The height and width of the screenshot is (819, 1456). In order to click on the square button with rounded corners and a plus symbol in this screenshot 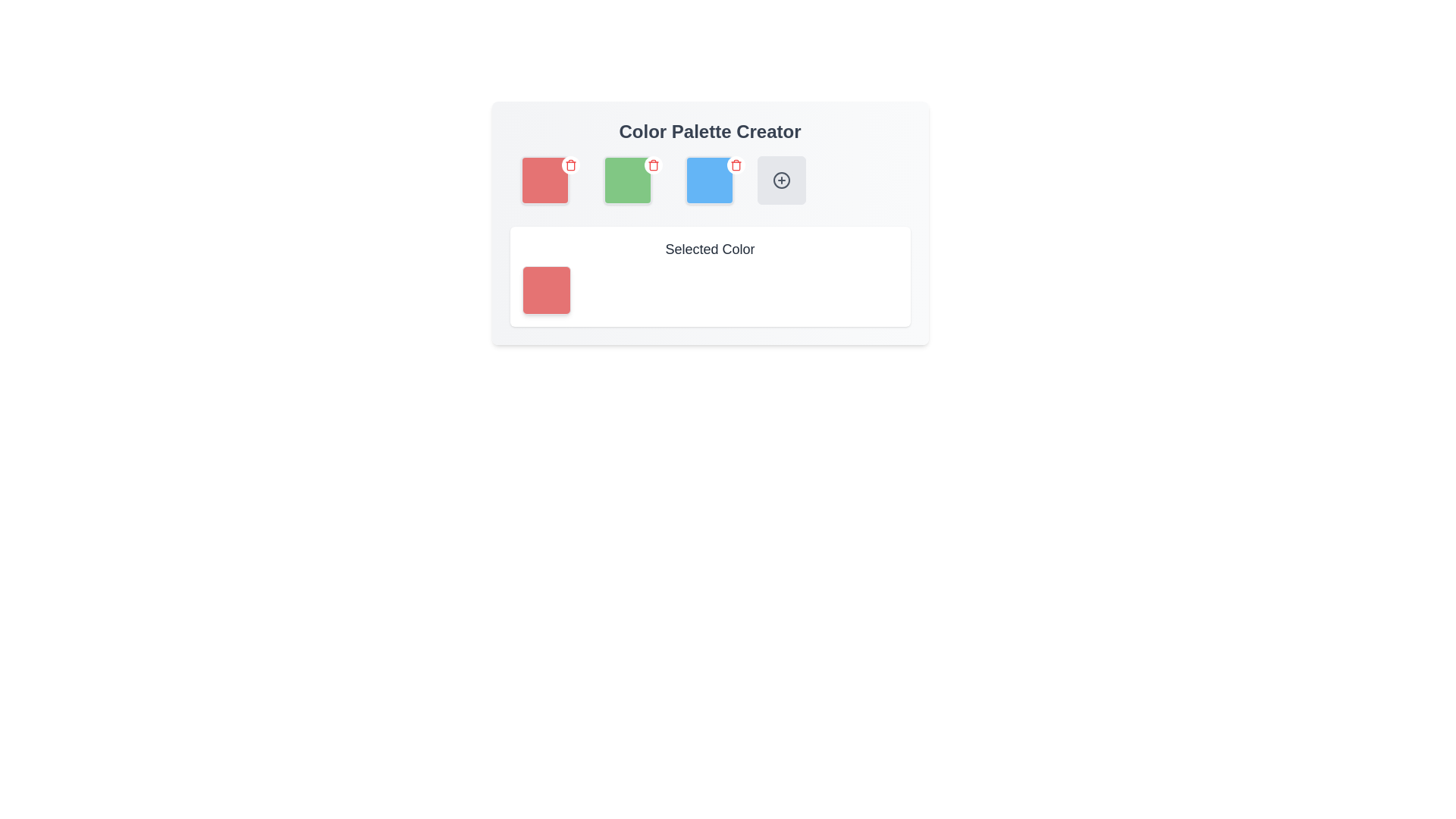, I will do `click(781, 180)`.